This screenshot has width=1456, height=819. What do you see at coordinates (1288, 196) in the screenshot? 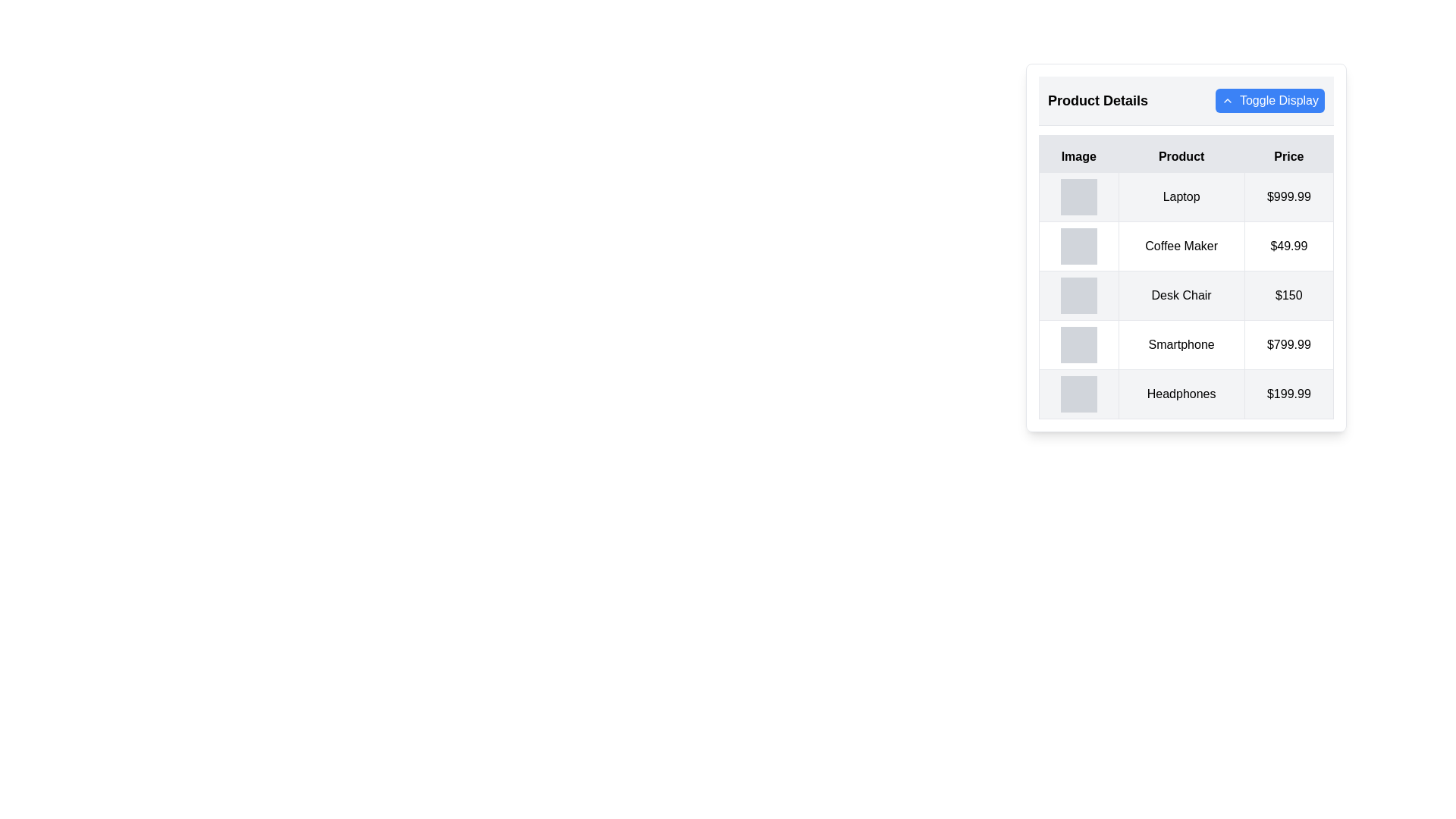
I see `the static text element displaying the price '$999.99' in the first row and third column of the table` at bounding box center [1288, 196].